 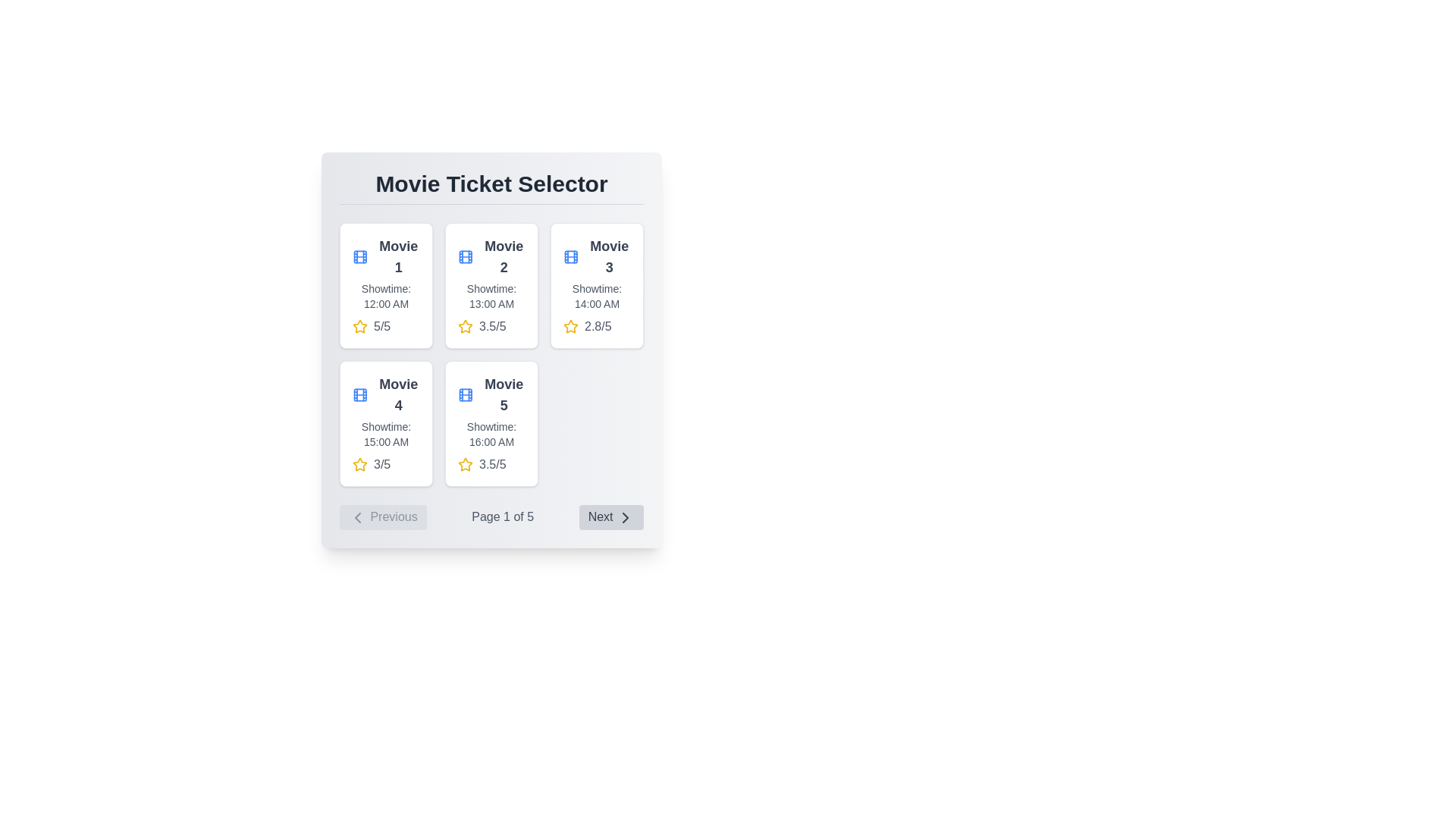 What do you see at coordinates (465, 256) in the screenshot?
I see `the film reel icon located at the top-left corner of the 'Movie 1' card in the 'Movie Ticket Selector' panel` at bounding box center [465, 256].